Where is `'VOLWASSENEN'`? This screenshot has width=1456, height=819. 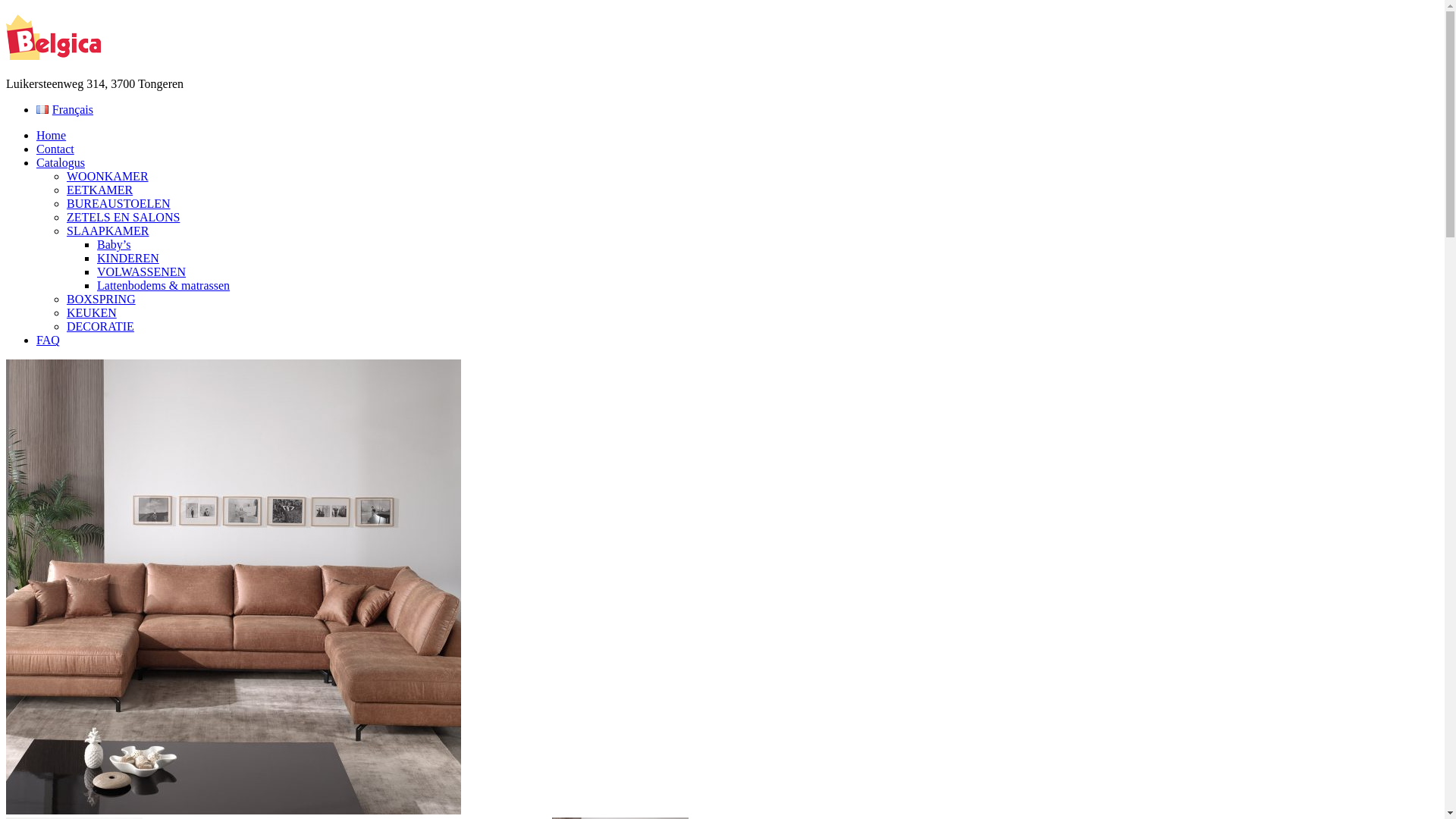 'VOLWASSENEN' is located at coordinates (141, 271).